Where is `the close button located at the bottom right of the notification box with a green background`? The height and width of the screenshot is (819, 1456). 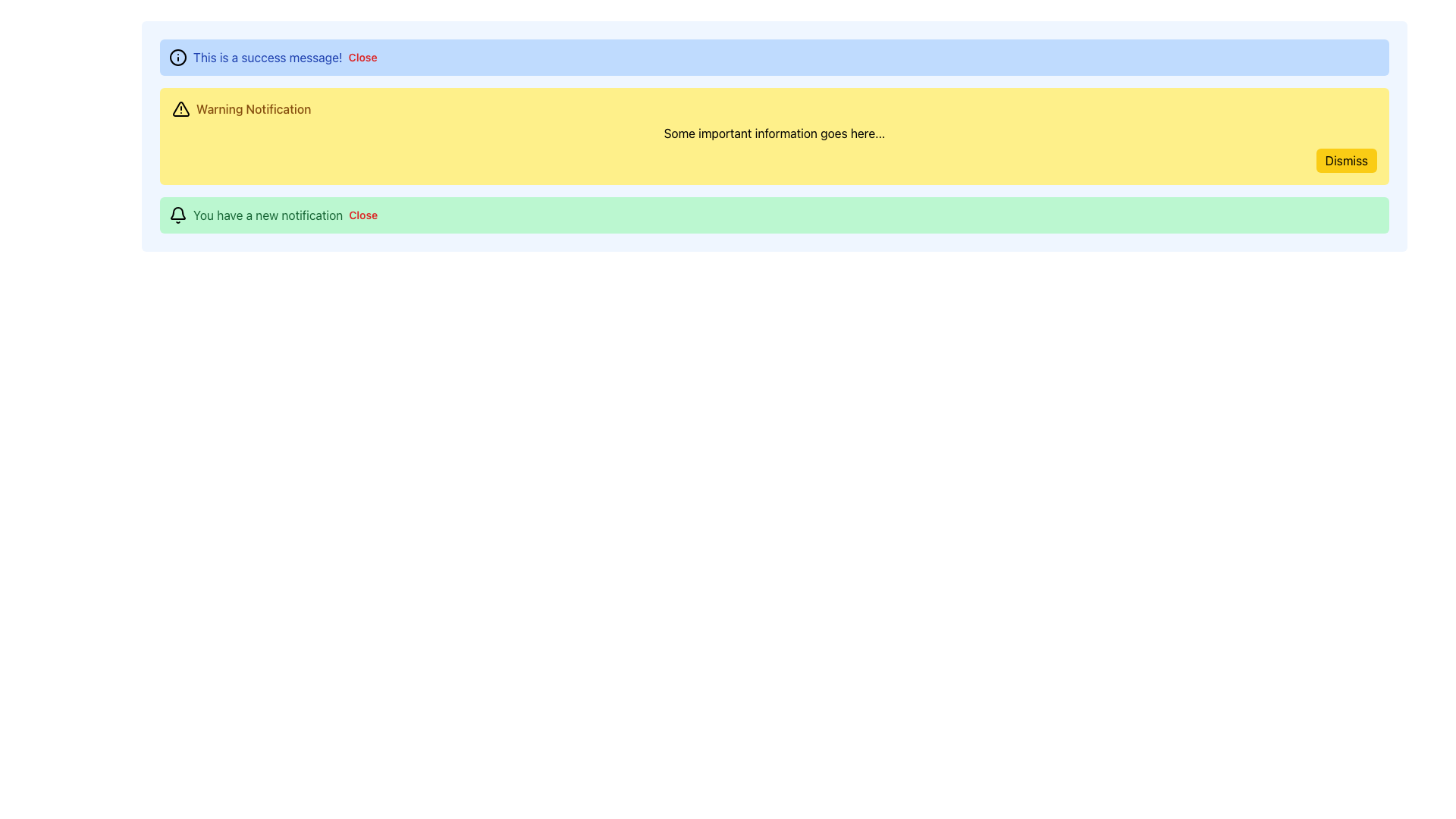 the close button located at the bottom right of the notification box with a green background is located at coordinates (362, 215).